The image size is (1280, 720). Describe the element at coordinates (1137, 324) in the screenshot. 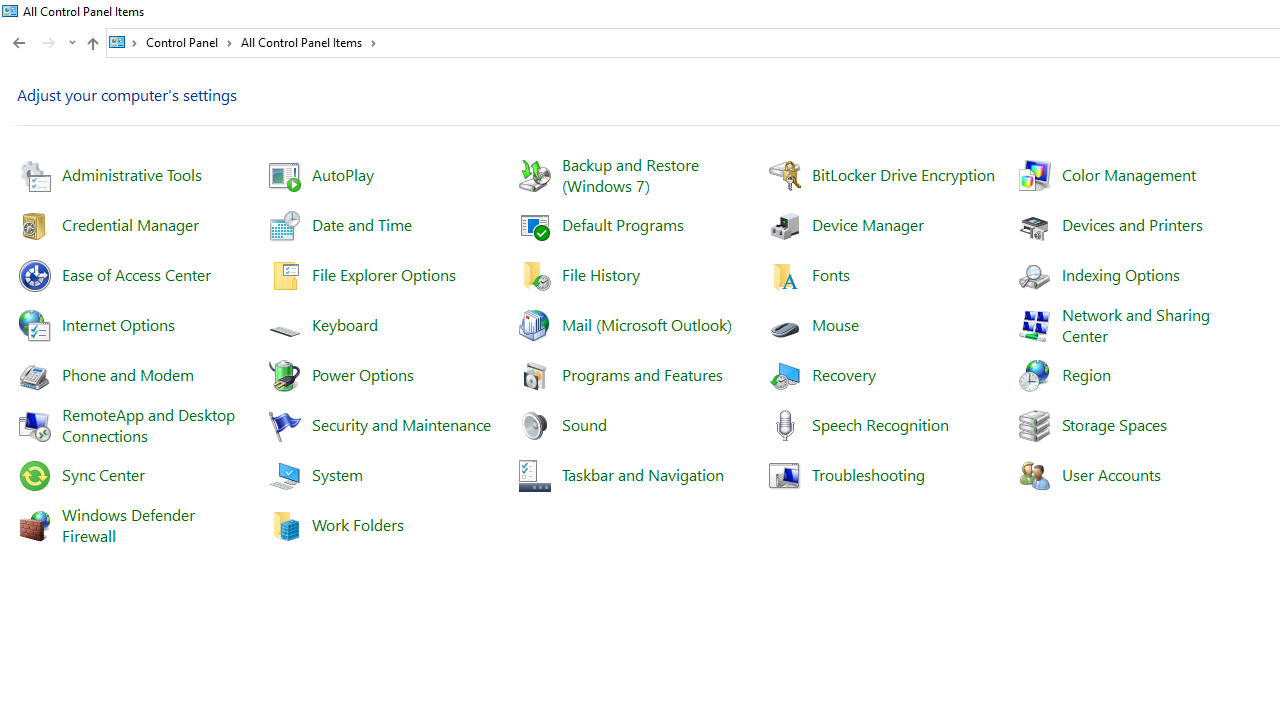

I see `'Network and Sharing Center'` at that location.